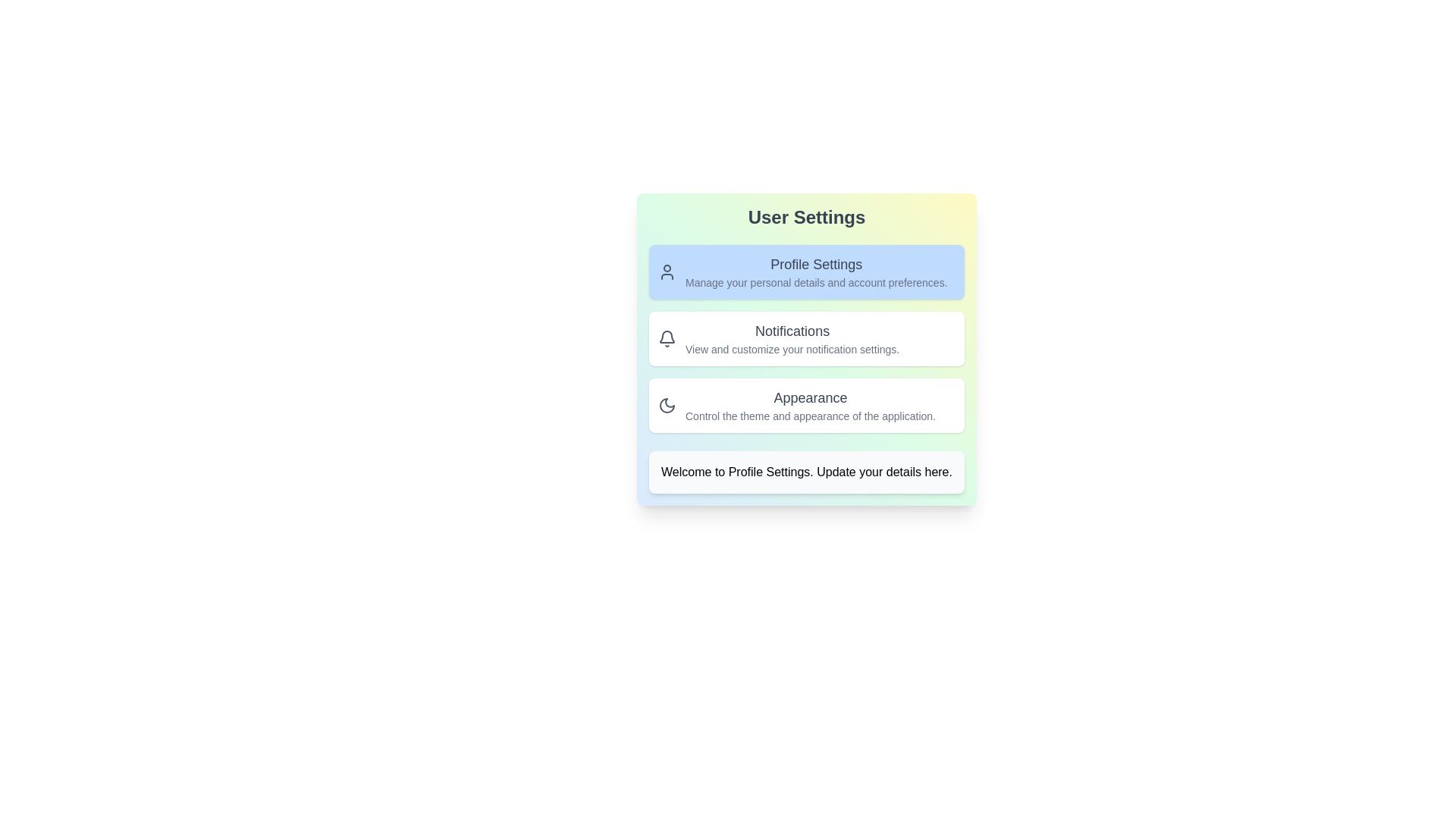 This screenshot has height=819, width=1456. What do you see at coordinates (806, 271) in the screenshot?
I see `the card representing Profile Settings to select it` at bounding box center [806, 271].